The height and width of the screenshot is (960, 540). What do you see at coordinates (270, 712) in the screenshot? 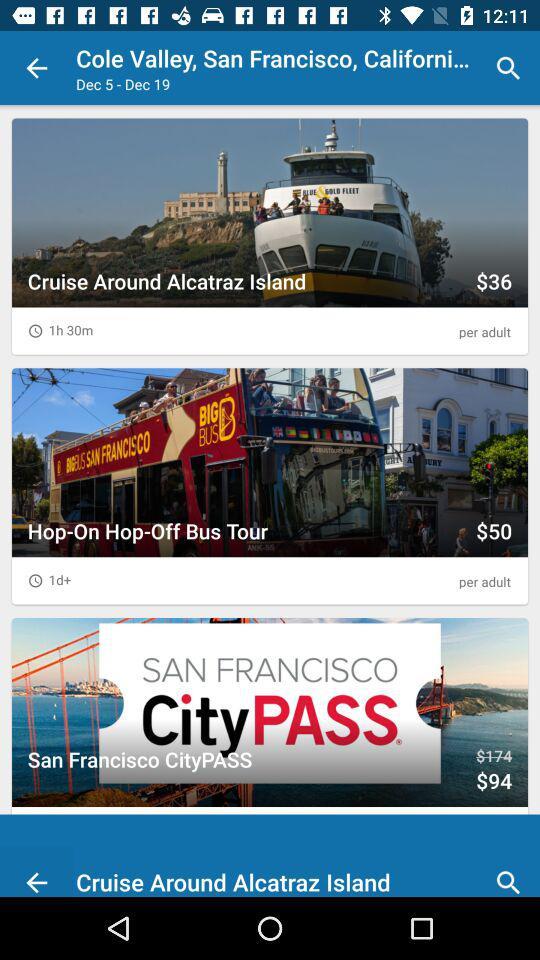
I see `the third thumbnail` at bounding box center [270, 712].